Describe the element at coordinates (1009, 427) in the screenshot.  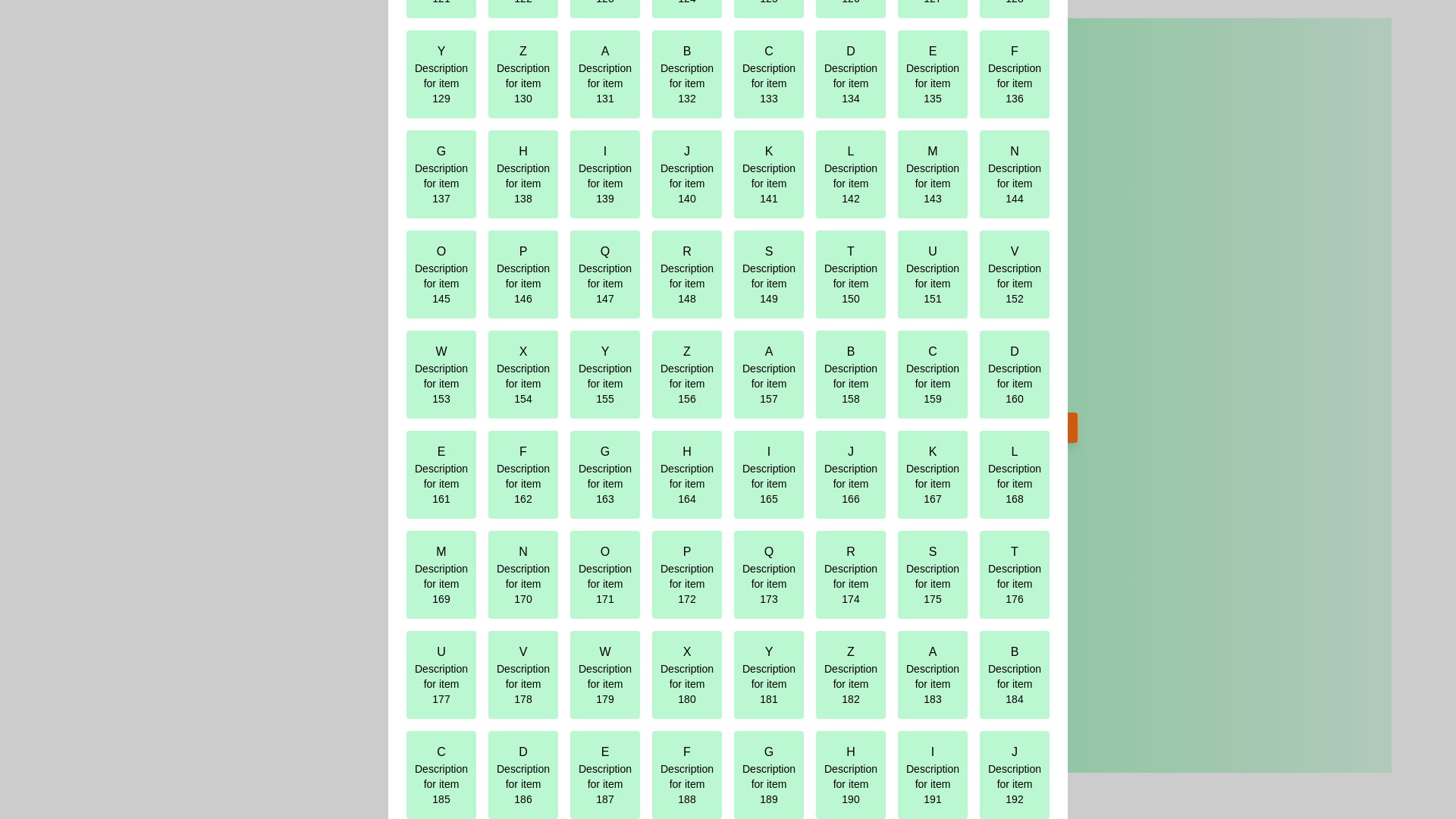
I see `the 'View Interactive Grid' button to open the interactive grid` at that location.